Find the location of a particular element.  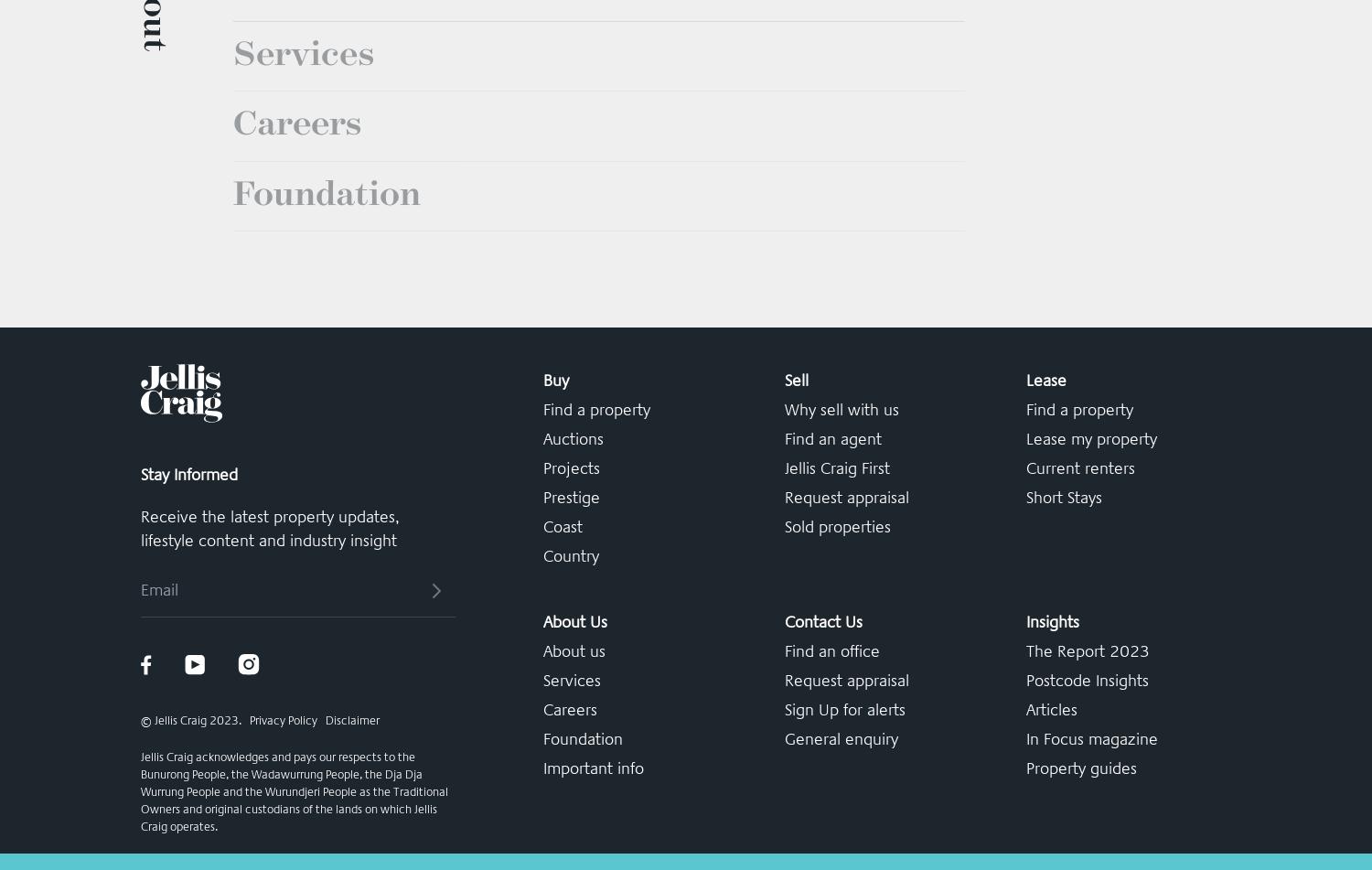

'Services' is located at coordinates (302, 335).